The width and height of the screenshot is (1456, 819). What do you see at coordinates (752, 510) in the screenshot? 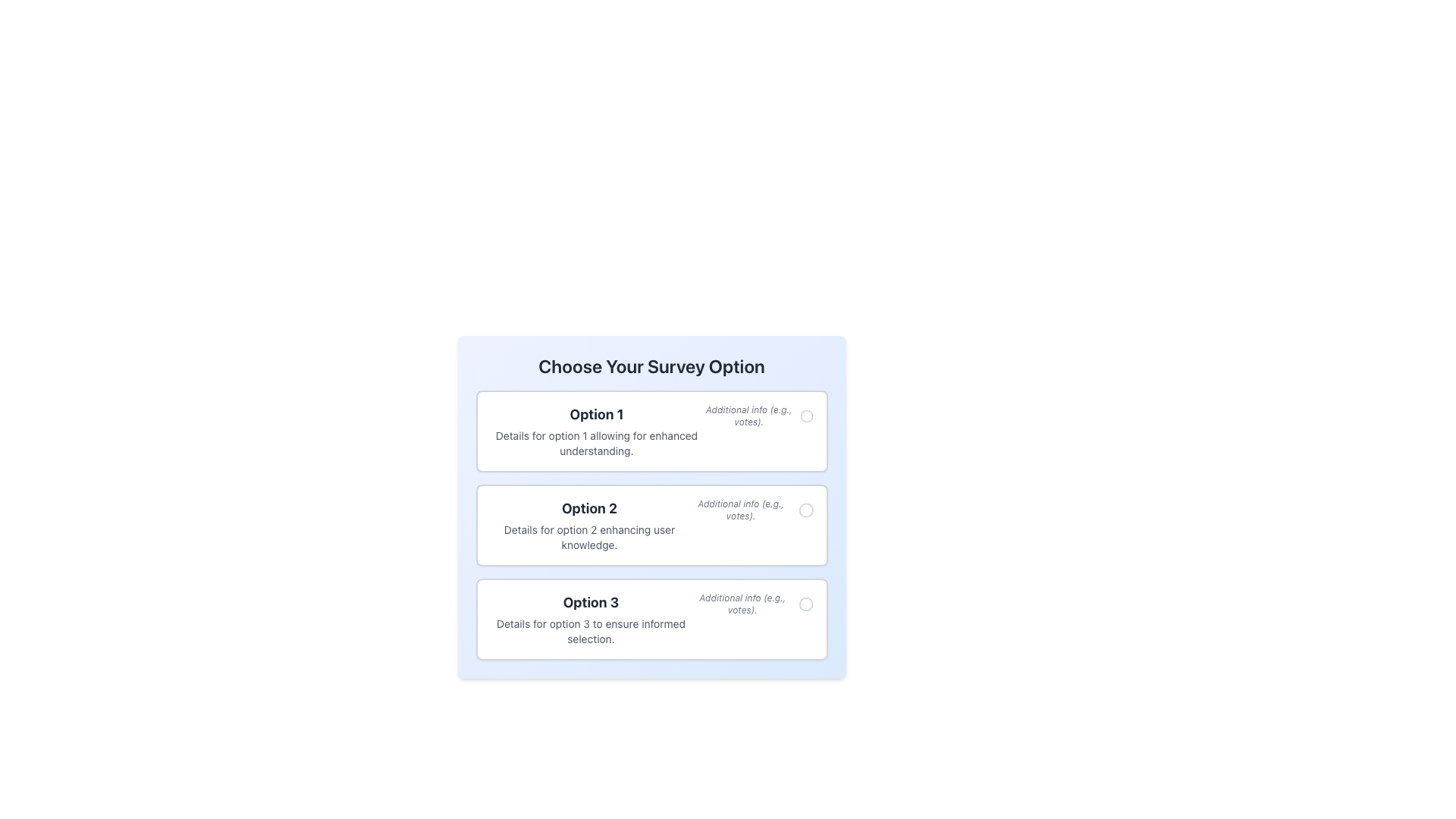
I see `the option selector icon located next` at bounding box center [752, 510].